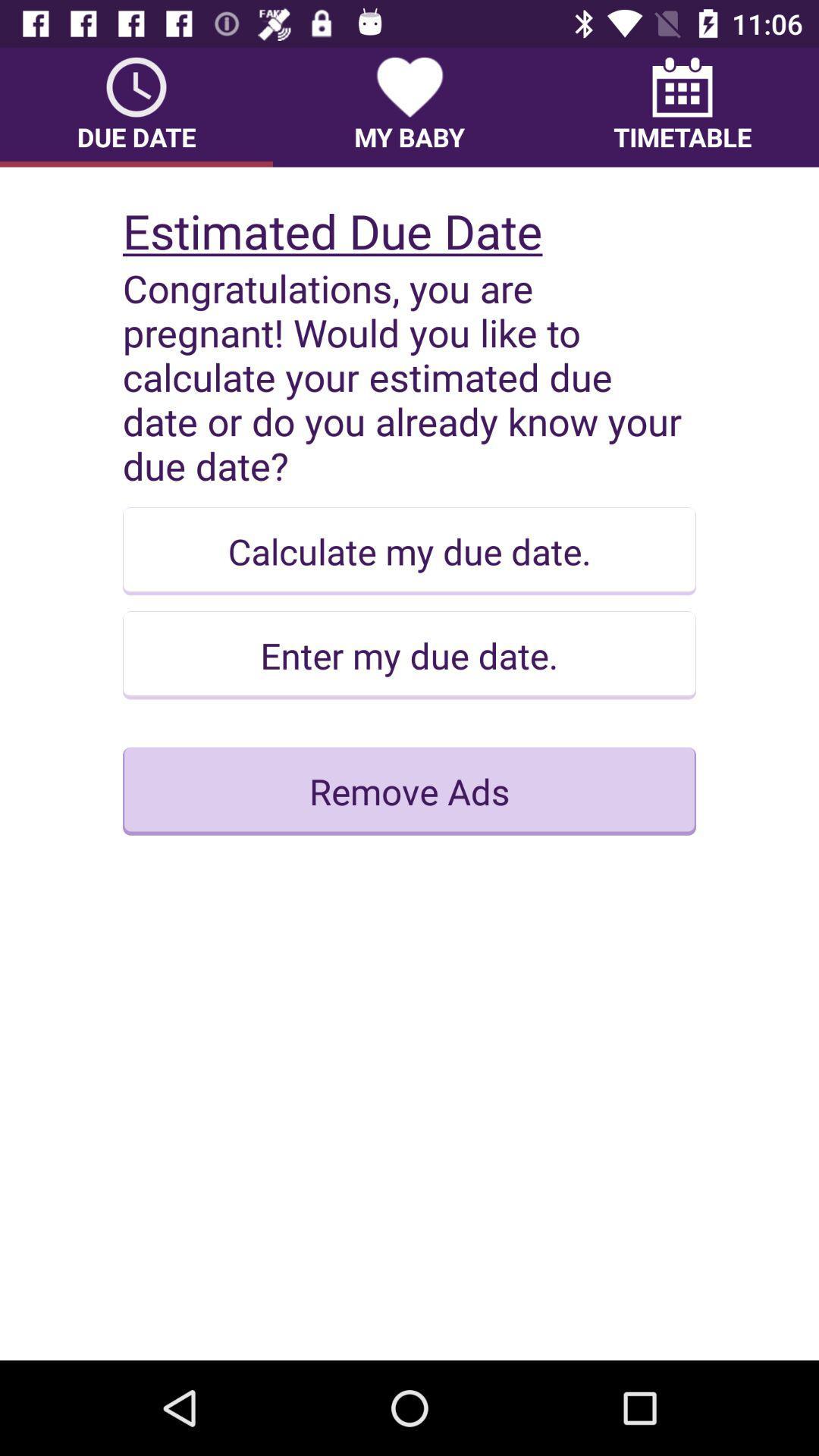 This screenshot has height=1456, width=819. I want to click on the item below enter my due, so click(409, 790).